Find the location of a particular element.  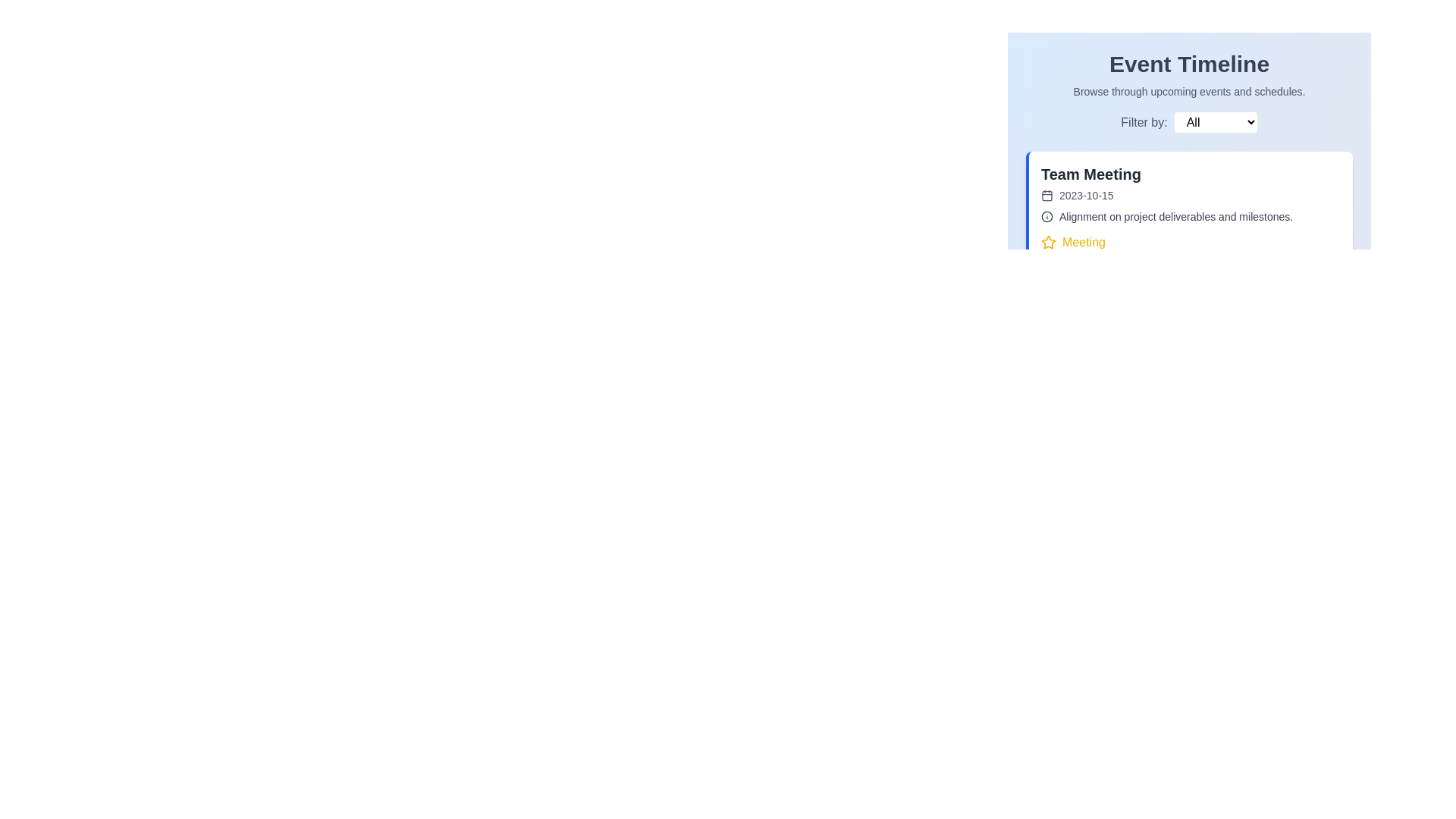

the icon located below the title and date, and above the 'Meeting' label is located at coordinates (1190, 216).